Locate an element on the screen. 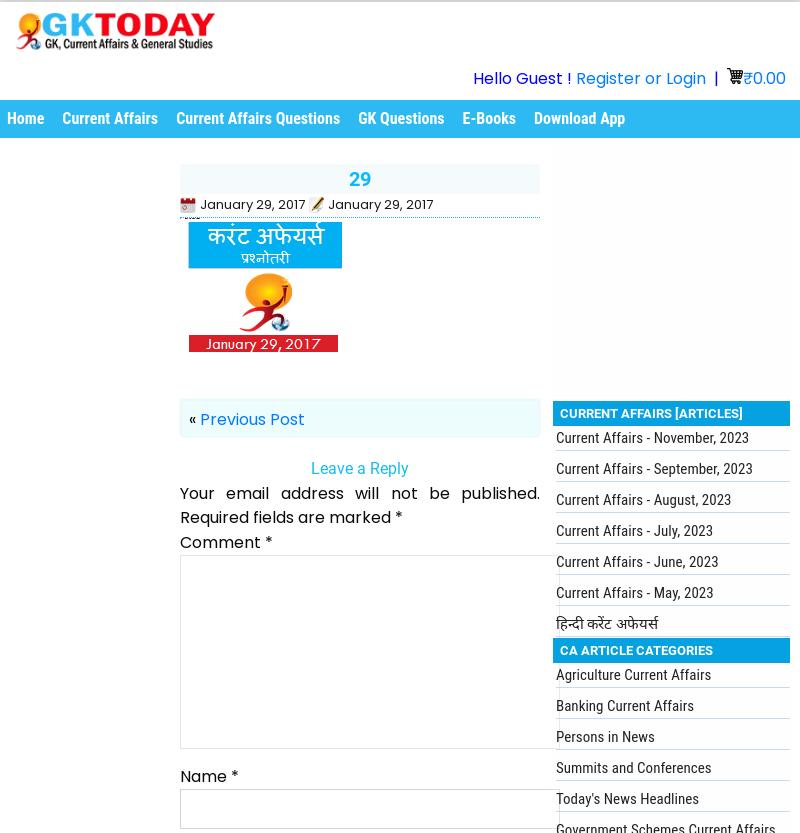  'Previous Post' is located at coordinates (250, 417).